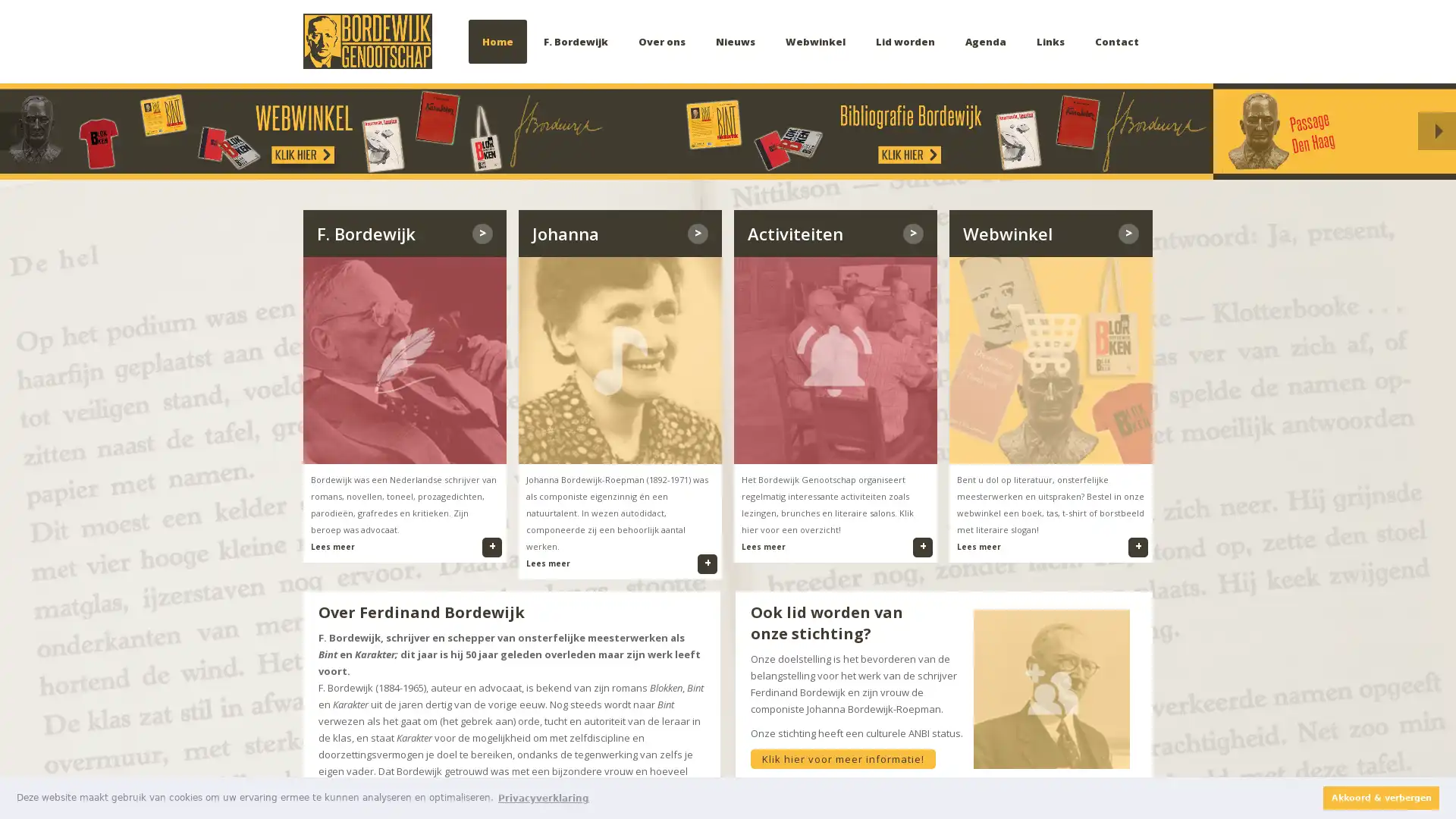  What do you see at coordinates (543, 797) in the screenshot?
I see `learn more about cookies` at bounding box center [543, 797].